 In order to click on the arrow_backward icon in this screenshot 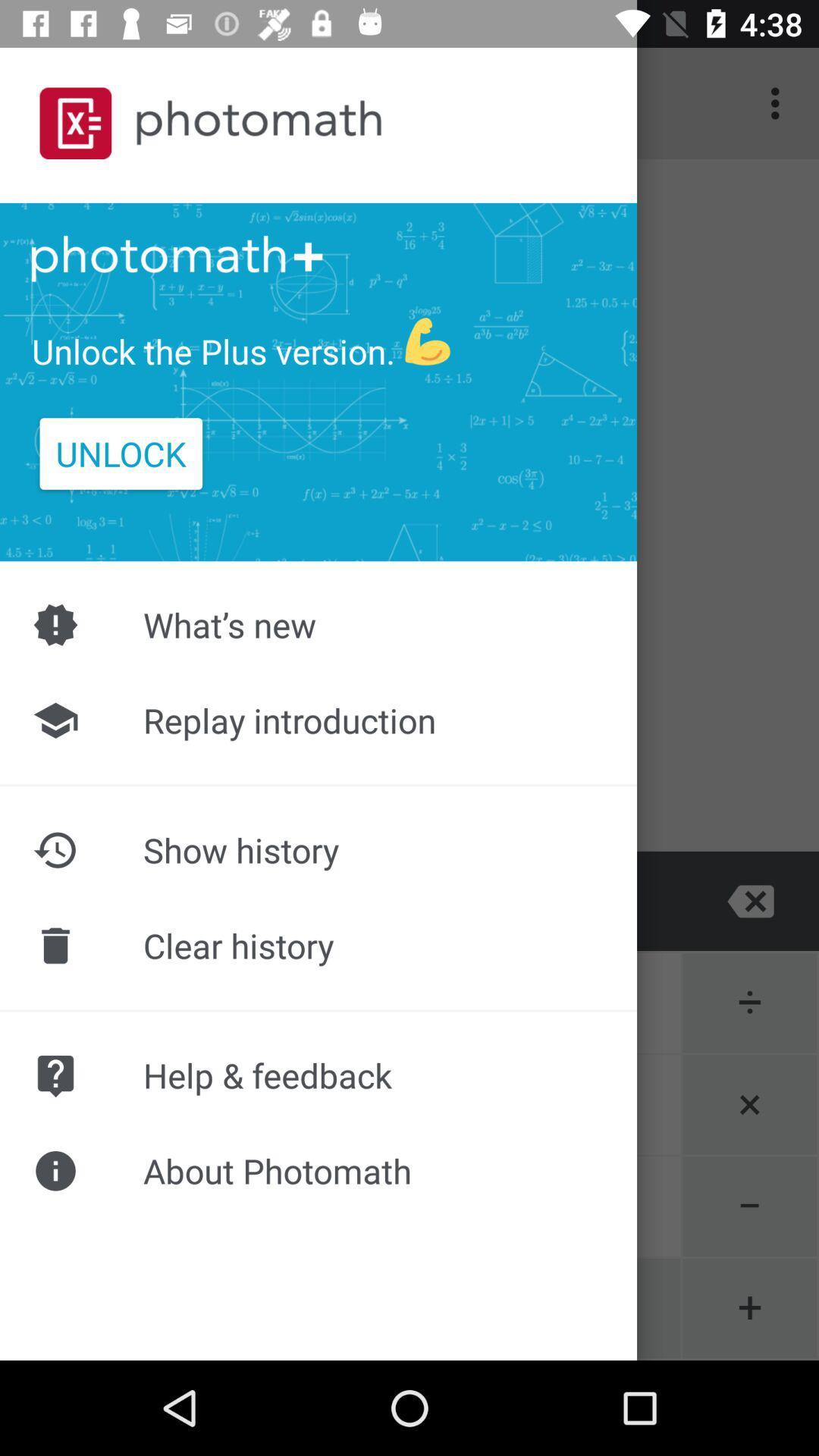, I will do `click(205, 901)`.